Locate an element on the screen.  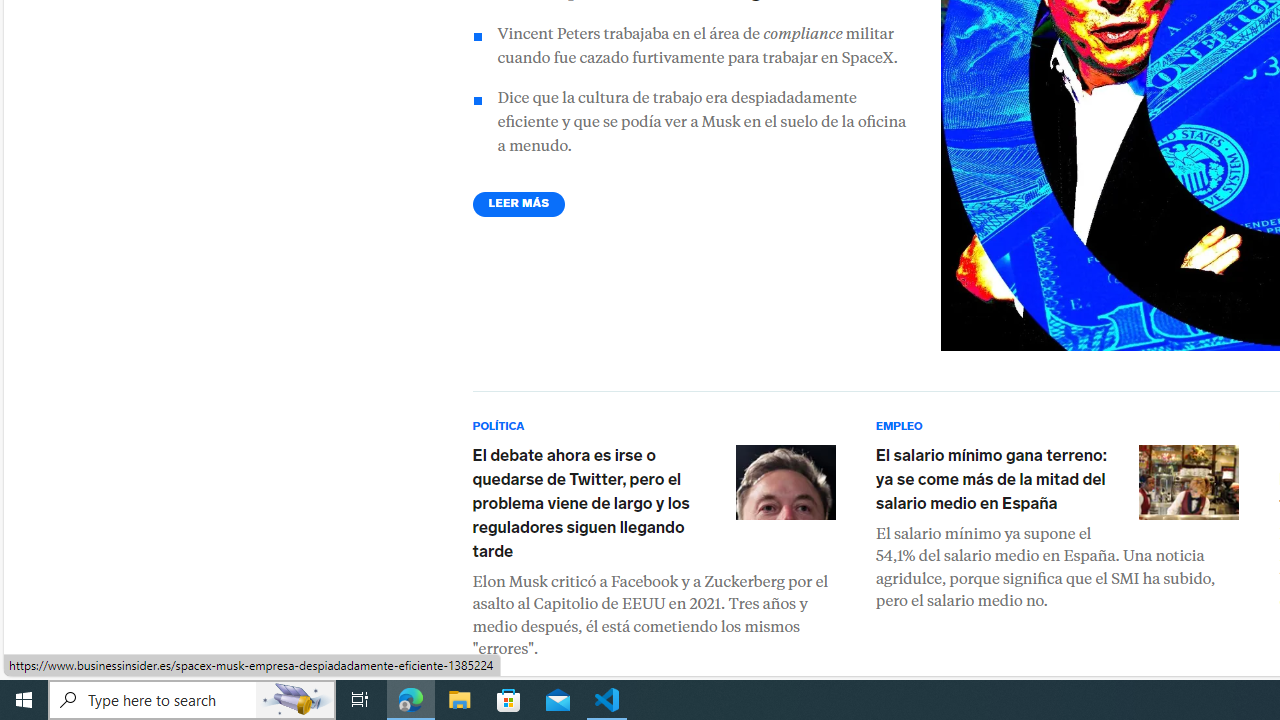
'Elon Musk' is located at coordinates (784, 482).